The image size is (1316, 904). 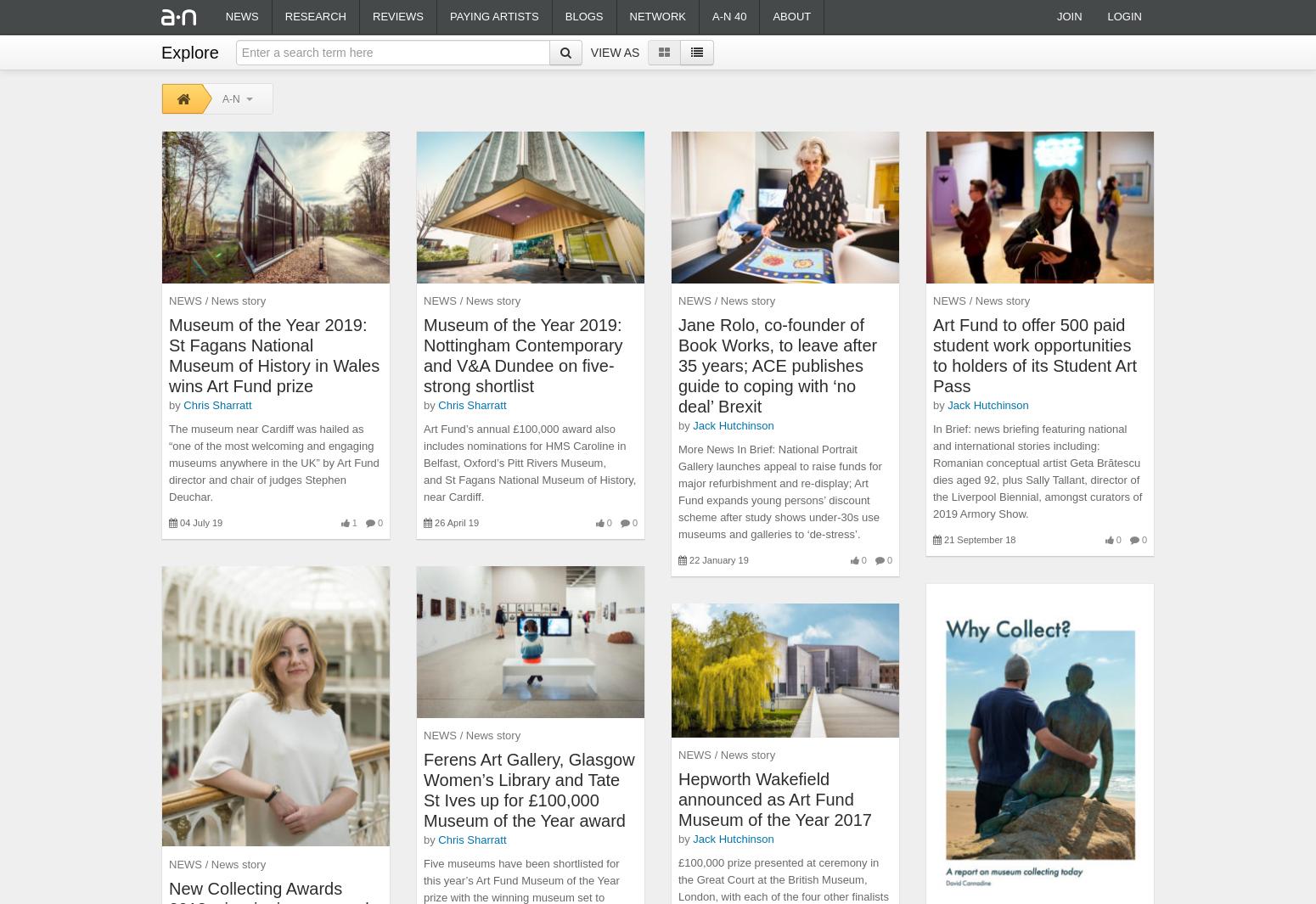 I want to click on 'Hepworth Wakefield announced as Art Fund Museum of the Year 2017', so click(x=678, y=799).